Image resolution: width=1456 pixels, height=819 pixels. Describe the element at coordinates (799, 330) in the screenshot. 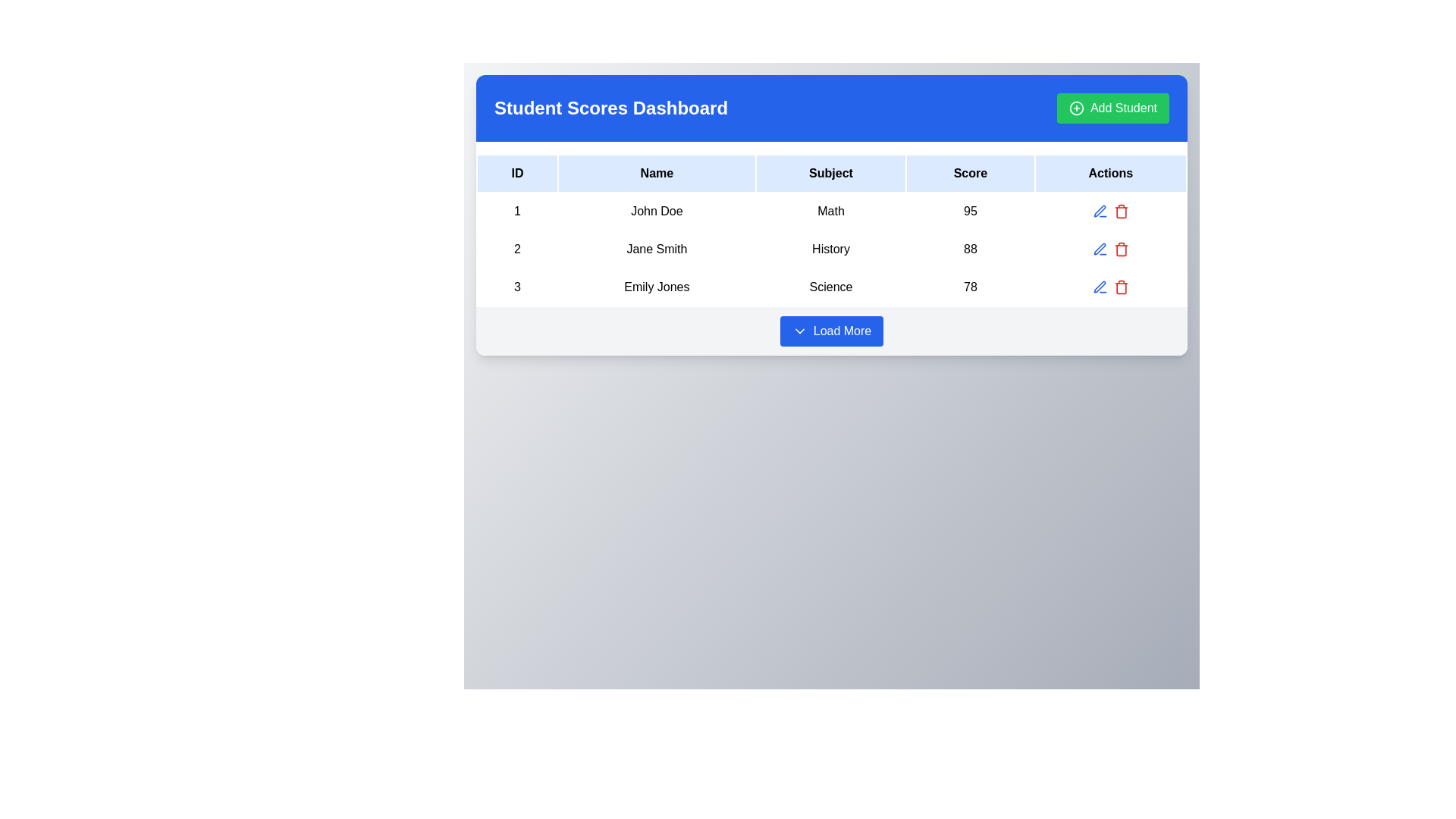

I see `the icon located to the left of the 'Load More' button, which indicates an expandable or collapsible option` at that location.